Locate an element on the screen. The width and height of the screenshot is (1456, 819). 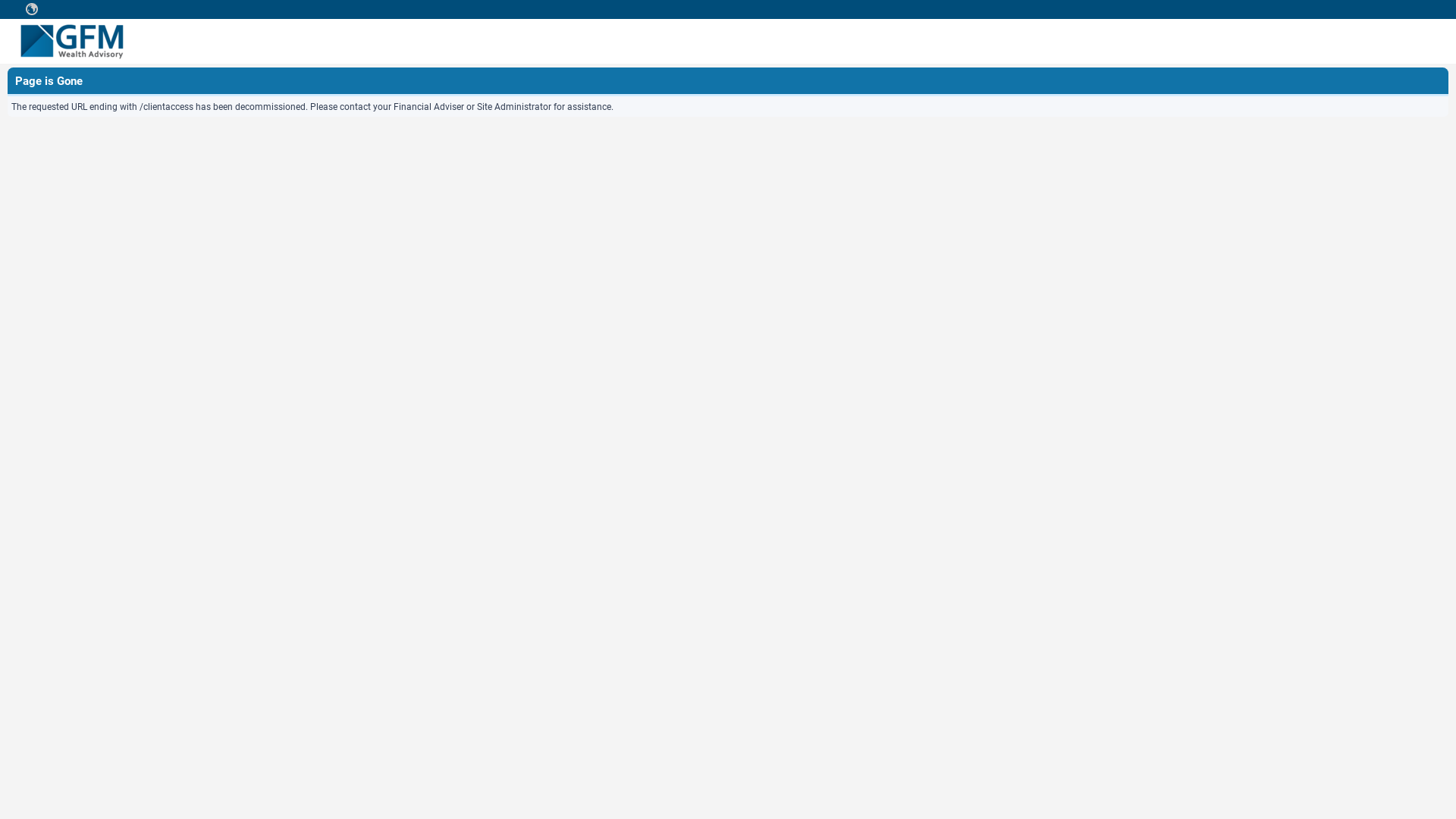
' ' is located at coordinates (31, 8).